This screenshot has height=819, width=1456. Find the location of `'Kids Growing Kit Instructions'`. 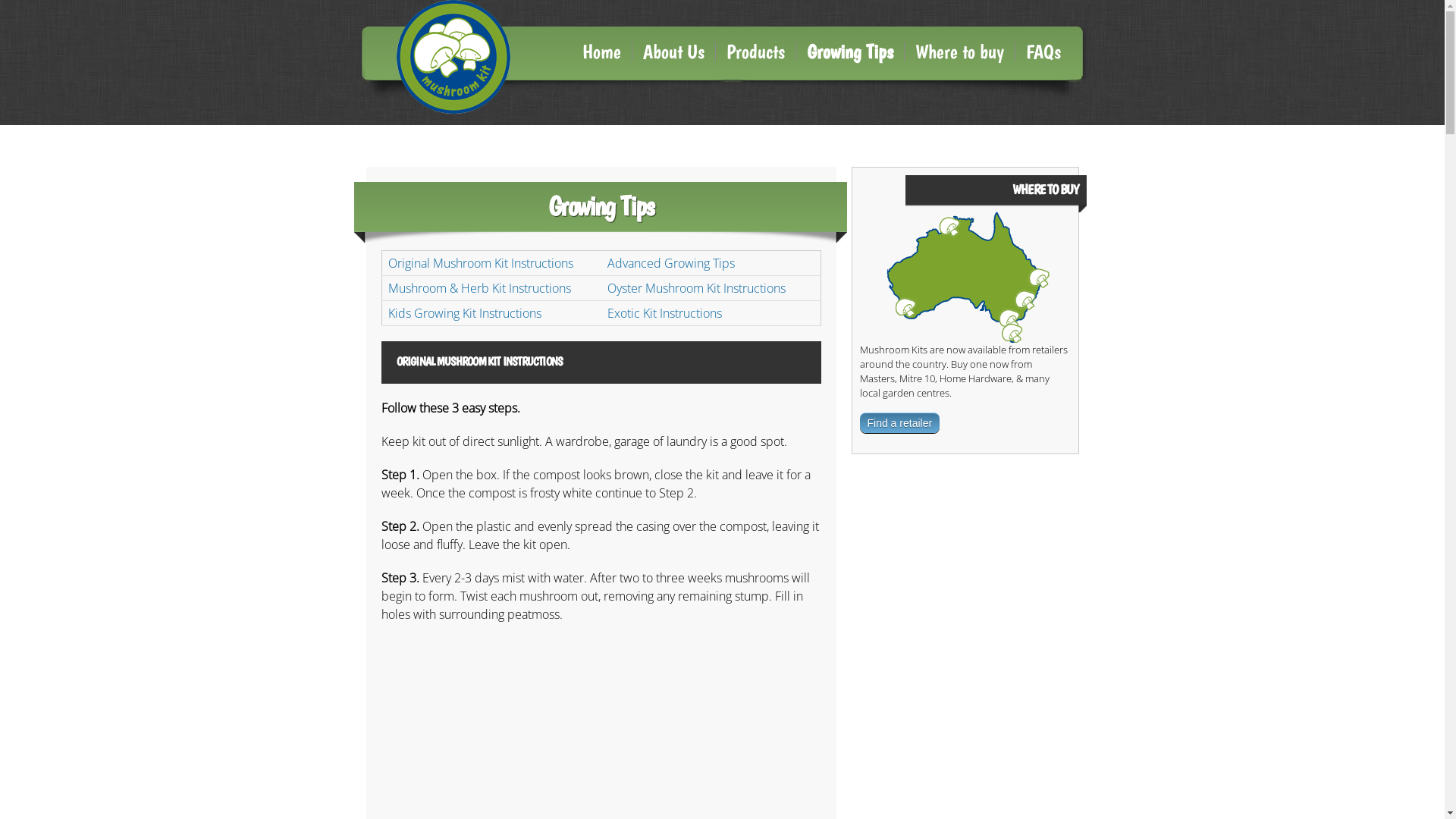

'Kids Growing Kit Instructions' is located at coordinates (464, 312).